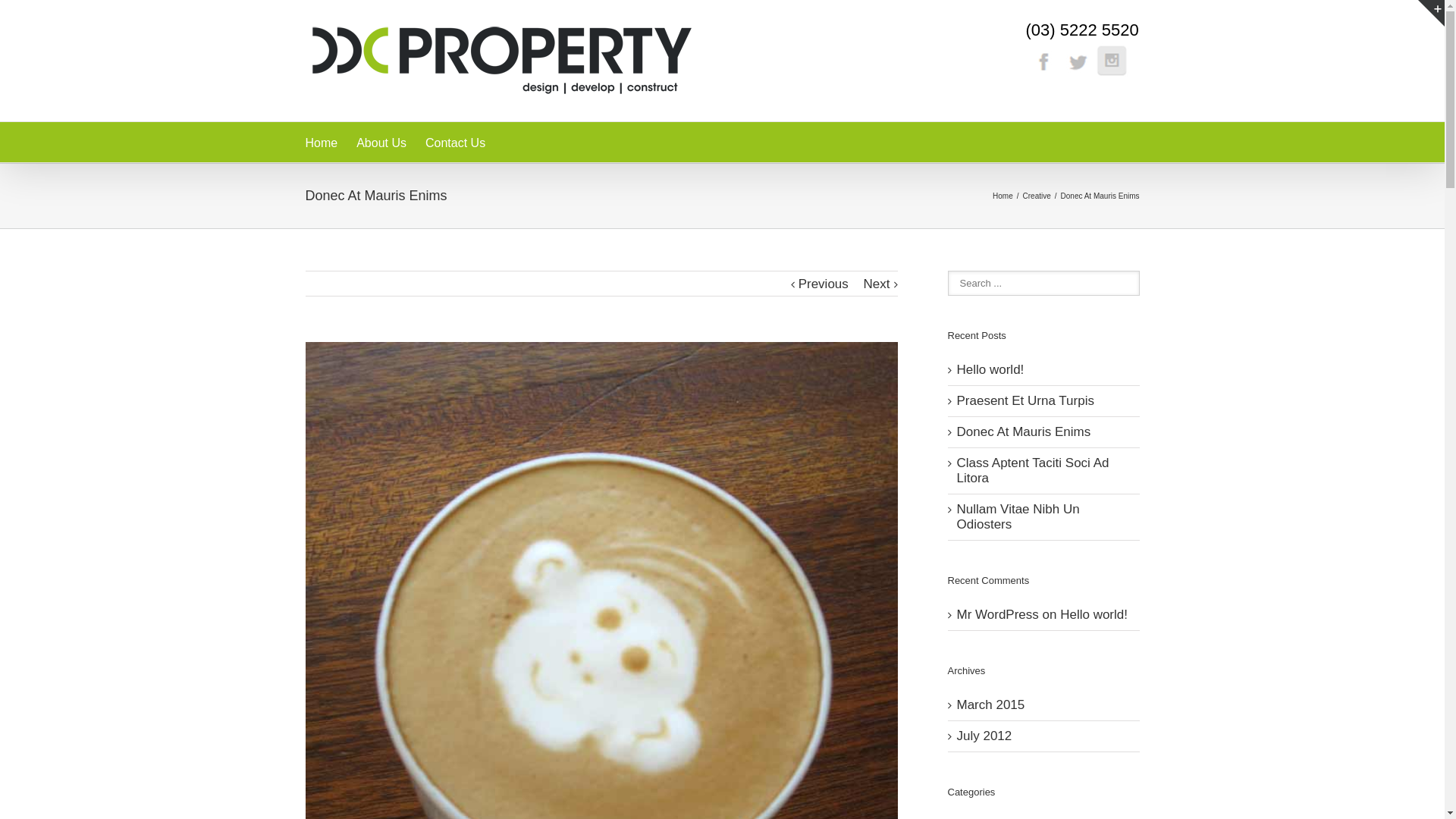  What do you see at coordinates (956, 516) in the screenshot?
I see `'Nullam Vitae Nibh Un Odiosters'` at bounding box center [956, 516].